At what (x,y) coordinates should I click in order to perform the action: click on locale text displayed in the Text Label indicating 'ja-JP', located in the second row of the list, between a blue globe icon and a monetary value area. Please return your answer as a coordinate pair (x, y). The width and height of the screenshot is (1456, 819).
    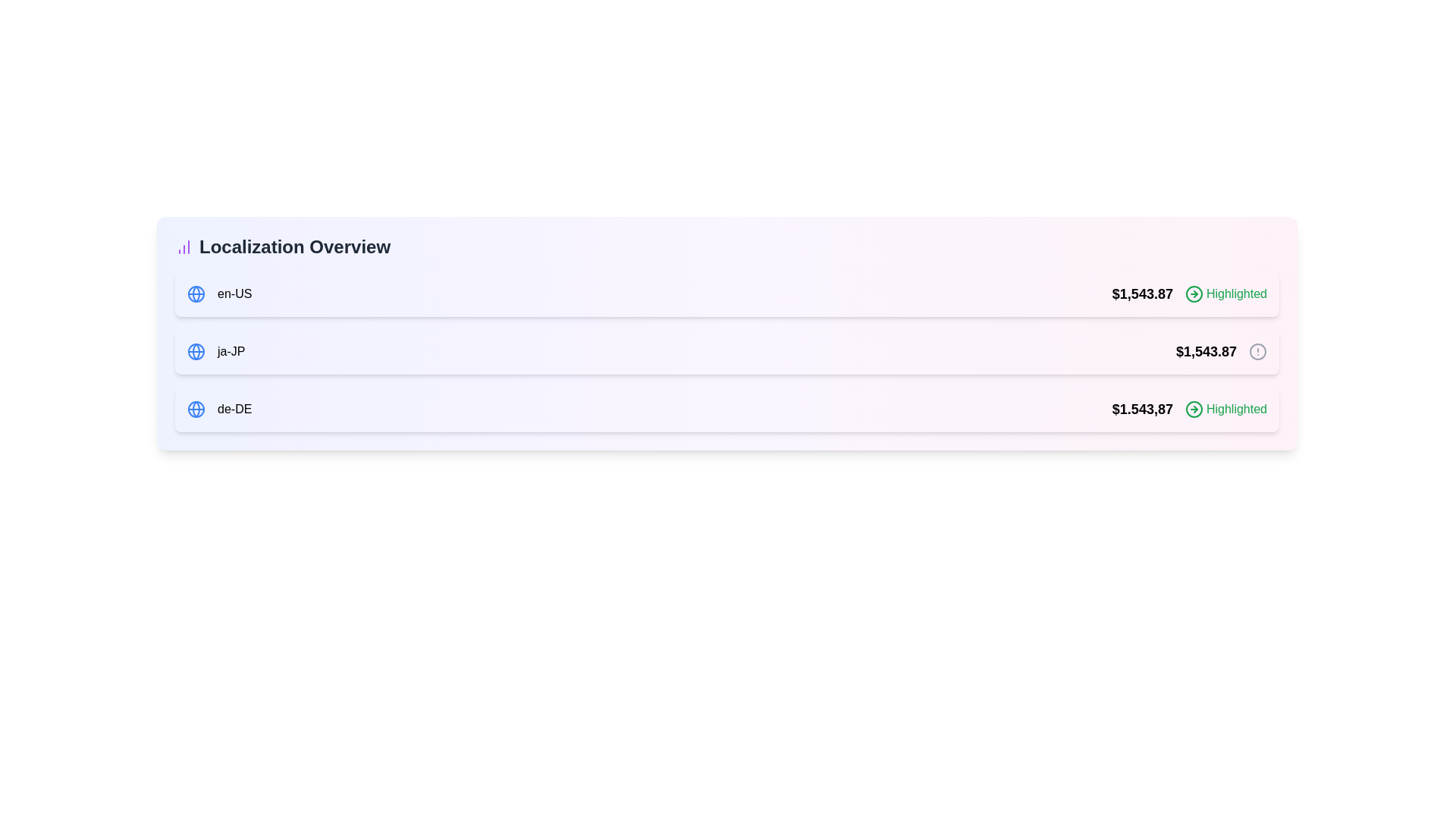
    Looking at the image, I should click on (215, 351).